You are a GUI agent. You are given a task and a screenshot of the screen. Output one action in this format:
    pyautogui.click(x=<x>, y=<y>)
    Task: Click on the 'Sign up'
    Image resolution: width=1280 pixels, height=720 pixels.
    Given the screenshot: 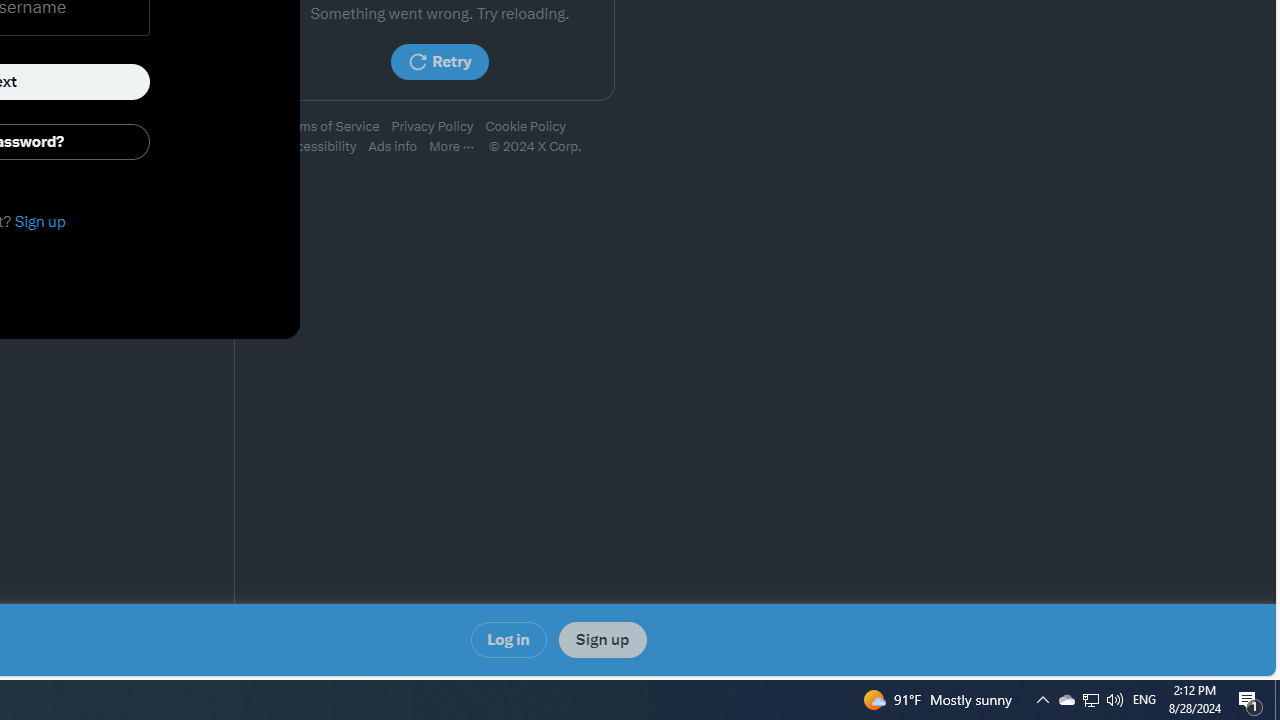 What is the action you would take?
    pyautogui.click(x=601, y=640)
    